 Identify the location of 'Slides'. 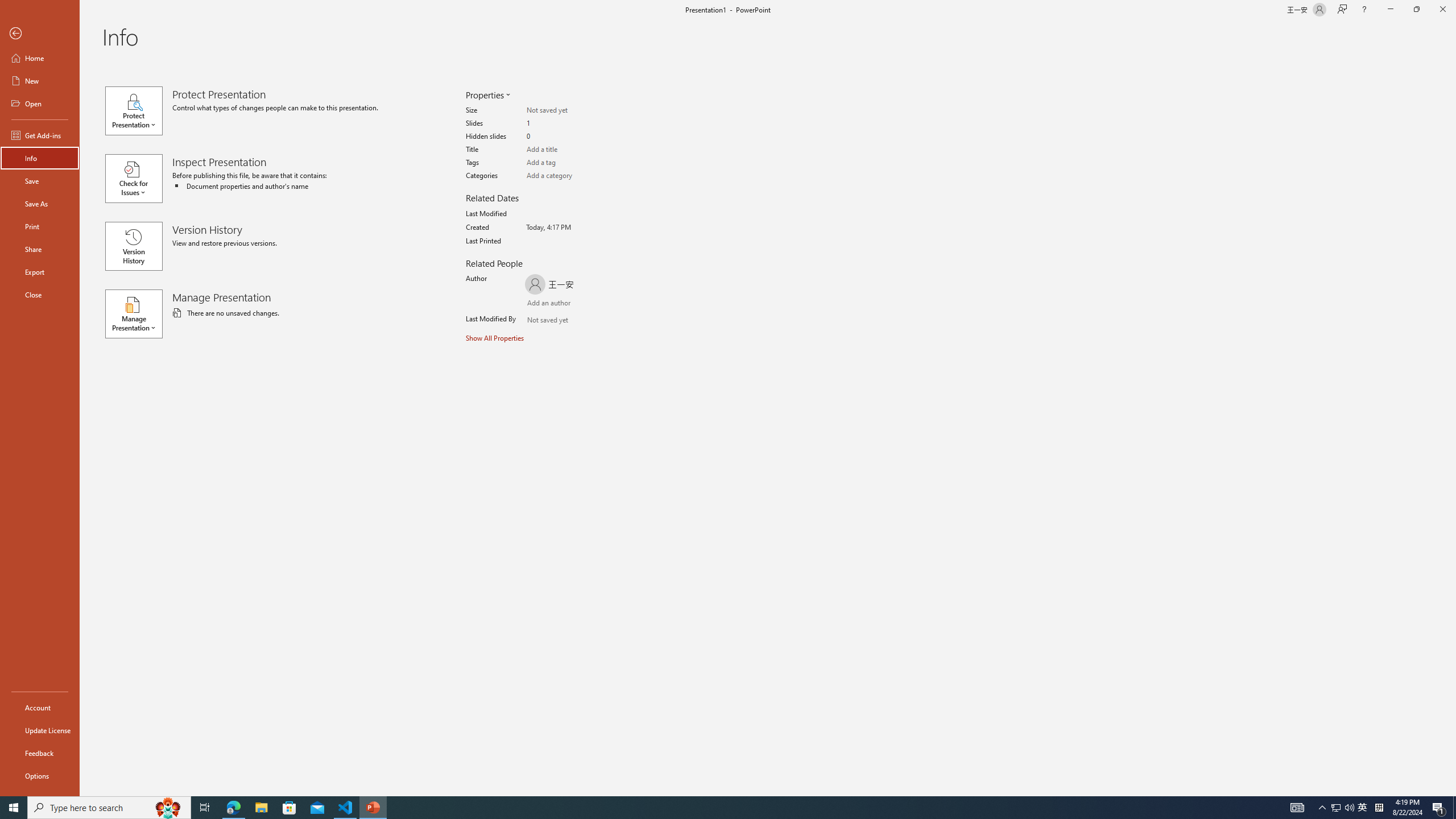
(570, 123).